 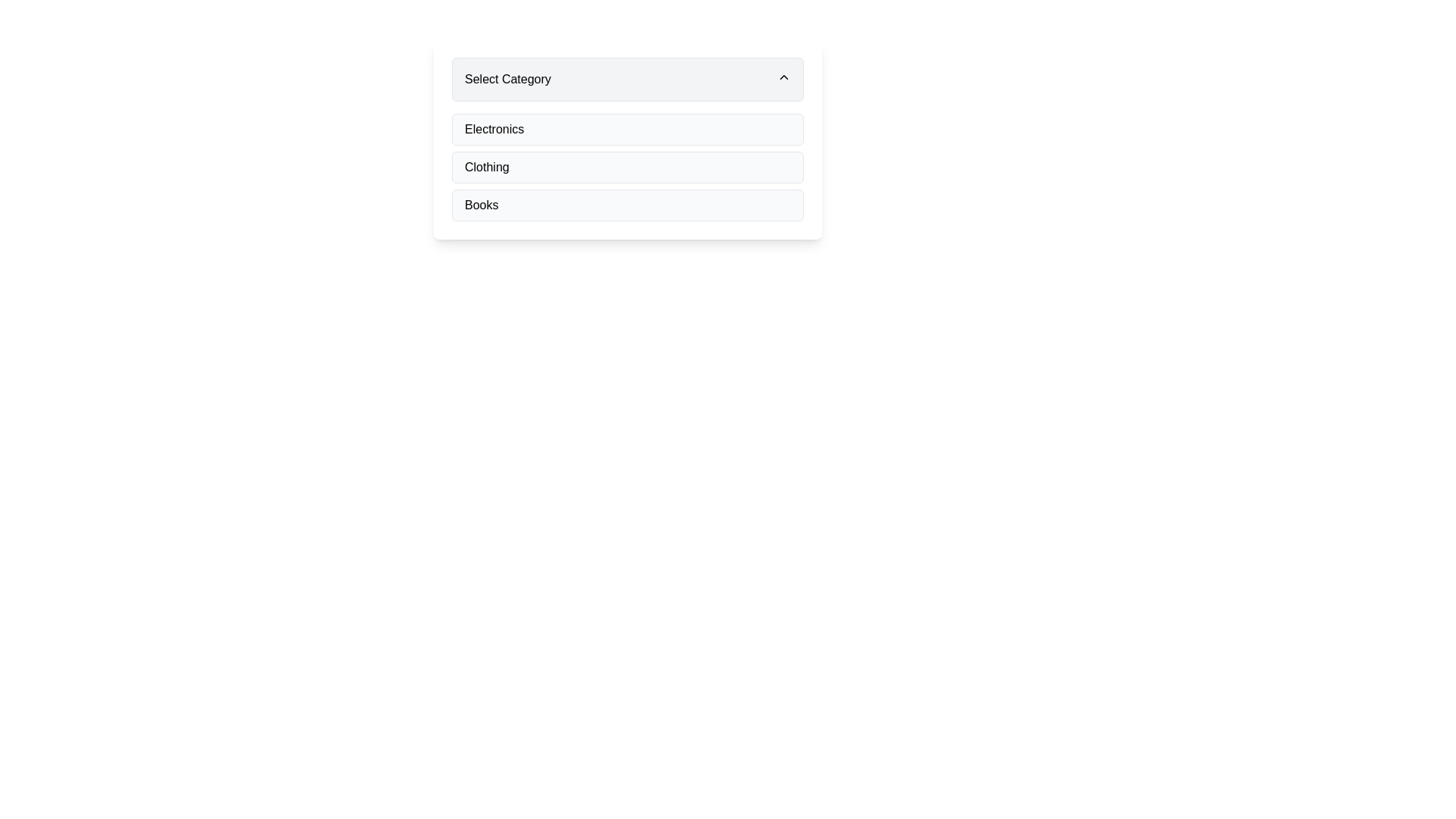 I want to click on the 'Books' dropdown item, which is the third option in the 'Select Category' menu, so click(x=628, y=205).